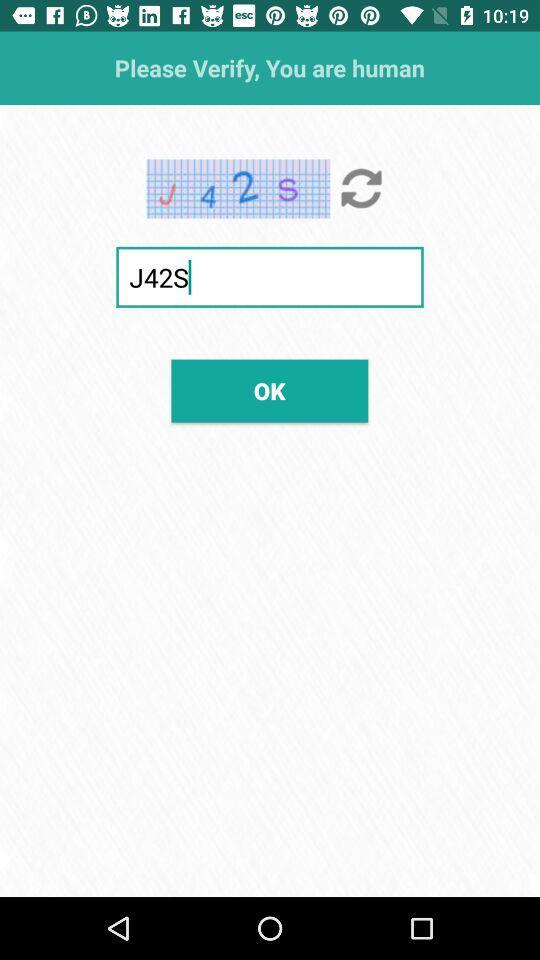 The height and width of the screenshot is (960, 540). What do you see at coordinates (270, 276) in the screenshot?
I see `the j42s` at bounding box center [270, 276].